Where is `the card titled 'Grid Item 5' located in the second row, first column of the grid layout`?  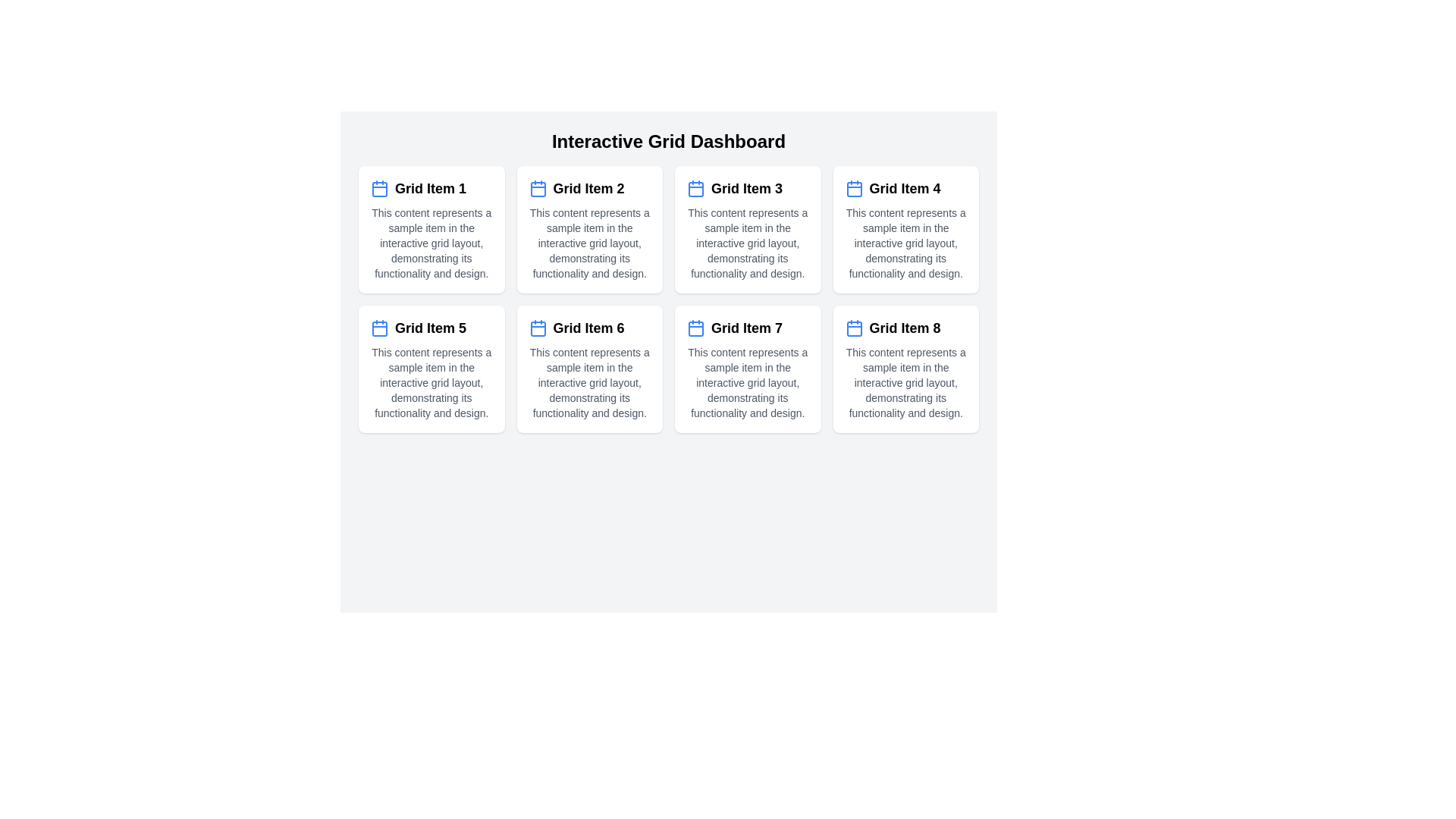
the card titled 'Grid Item 5' located in the second row, first column of the grid layout is located at coordinates (431, 369).